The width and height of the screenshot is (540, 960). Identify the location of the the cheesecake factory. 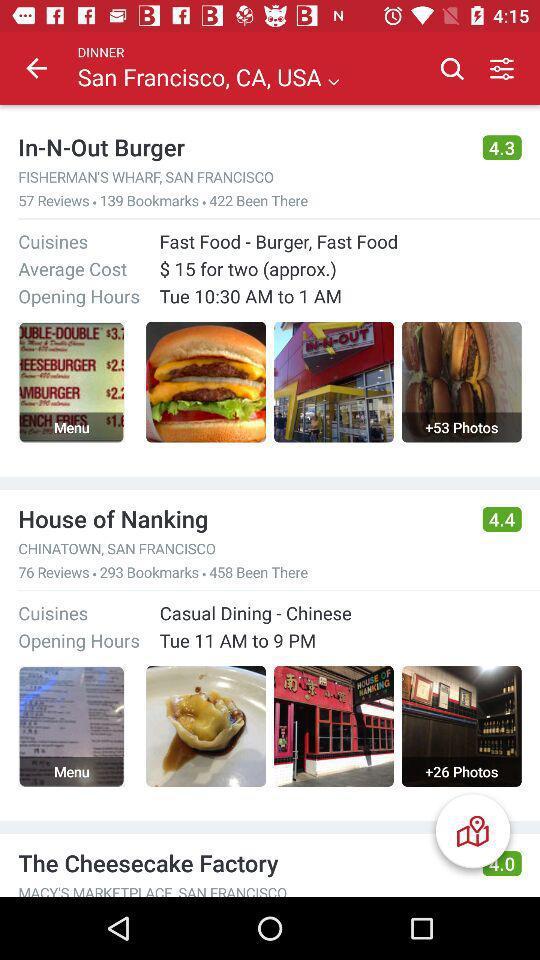
(241, 862).